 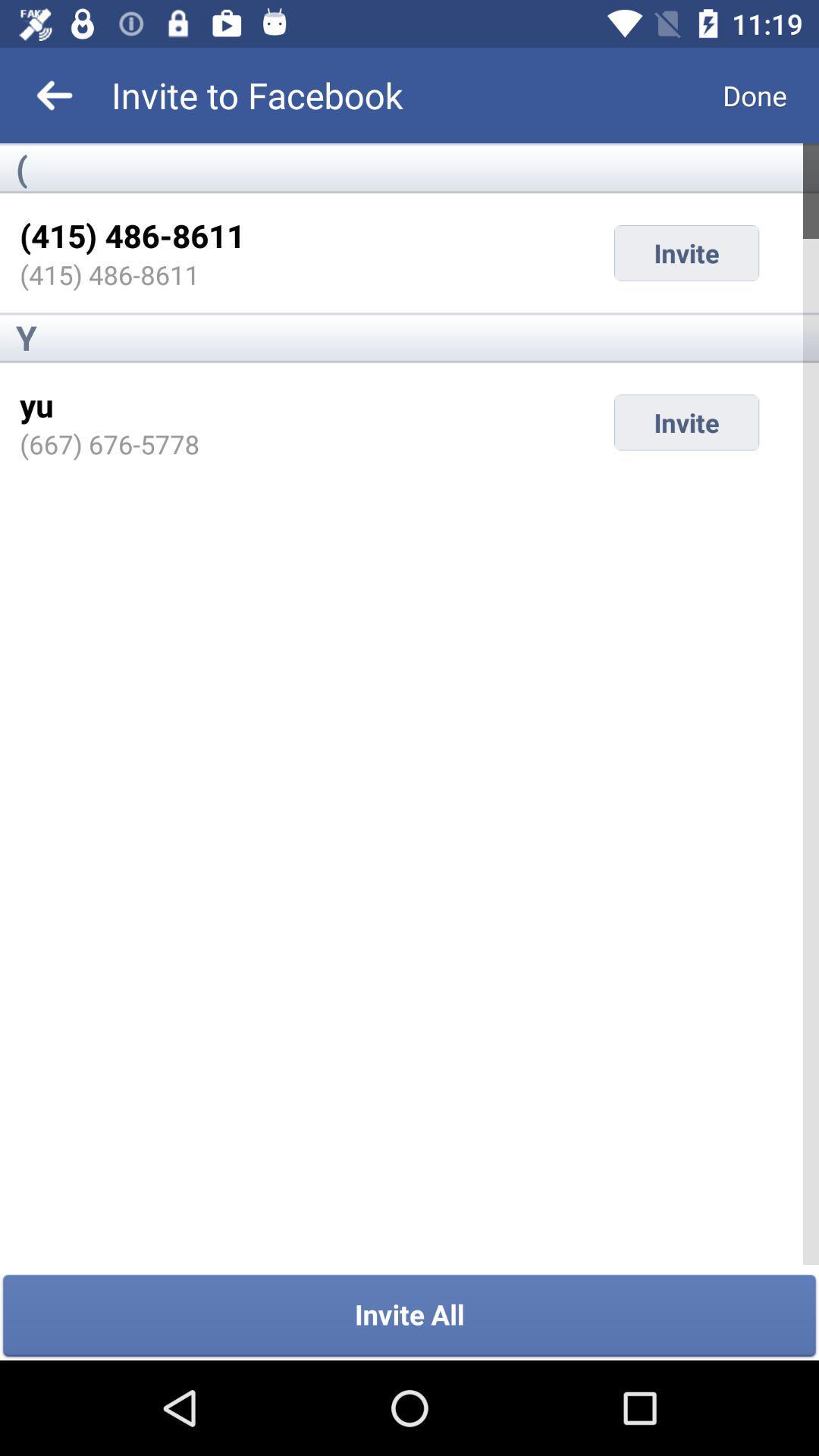 I want to click on item above invite all icon, so click(x=108, y=443).